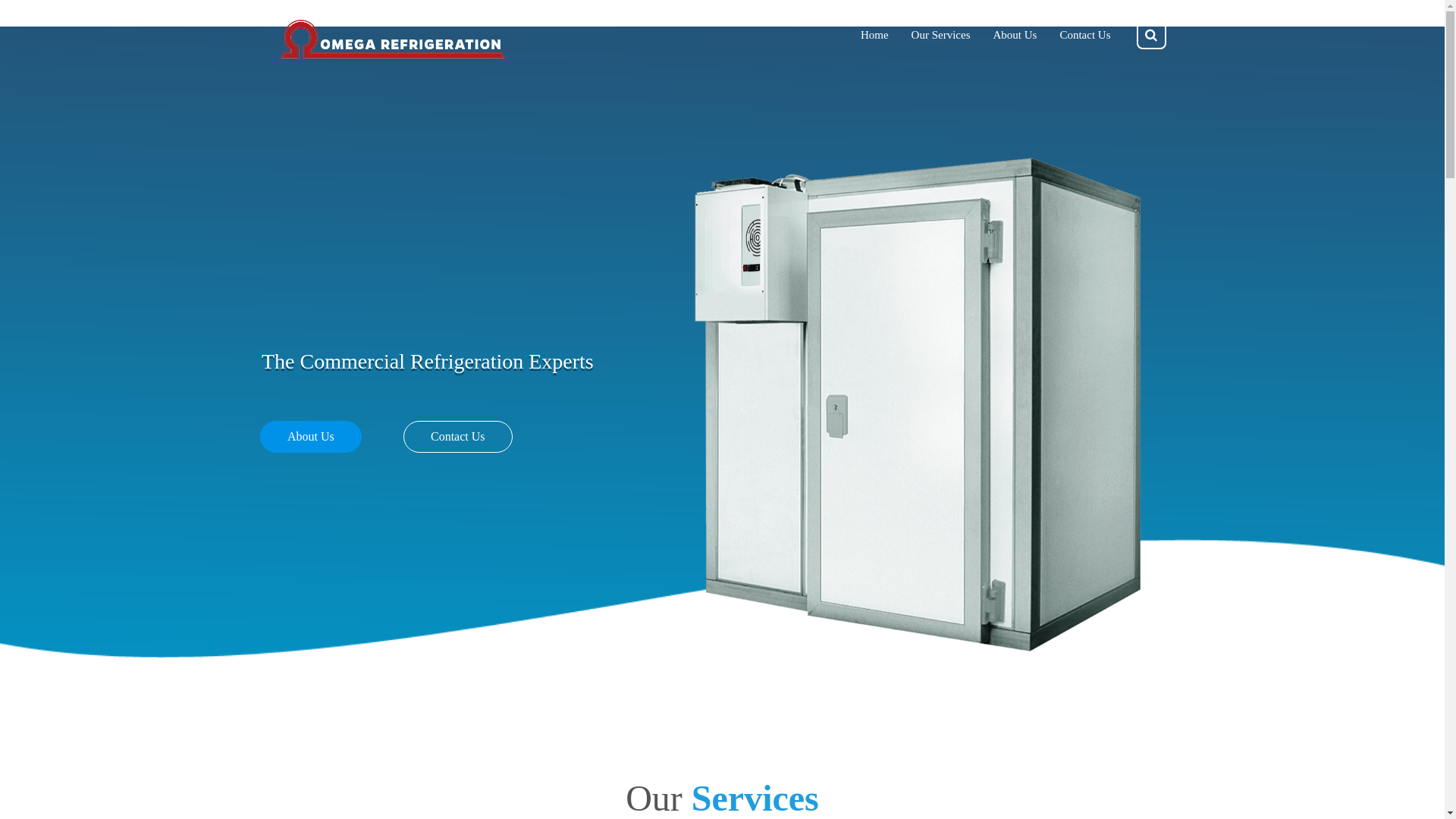 This screenshot has width=1456, height=819. What do you see at coordinates (1084, 34) in the screenshot?
I see `'Contact Us'` at bounding box center [1084, 34].